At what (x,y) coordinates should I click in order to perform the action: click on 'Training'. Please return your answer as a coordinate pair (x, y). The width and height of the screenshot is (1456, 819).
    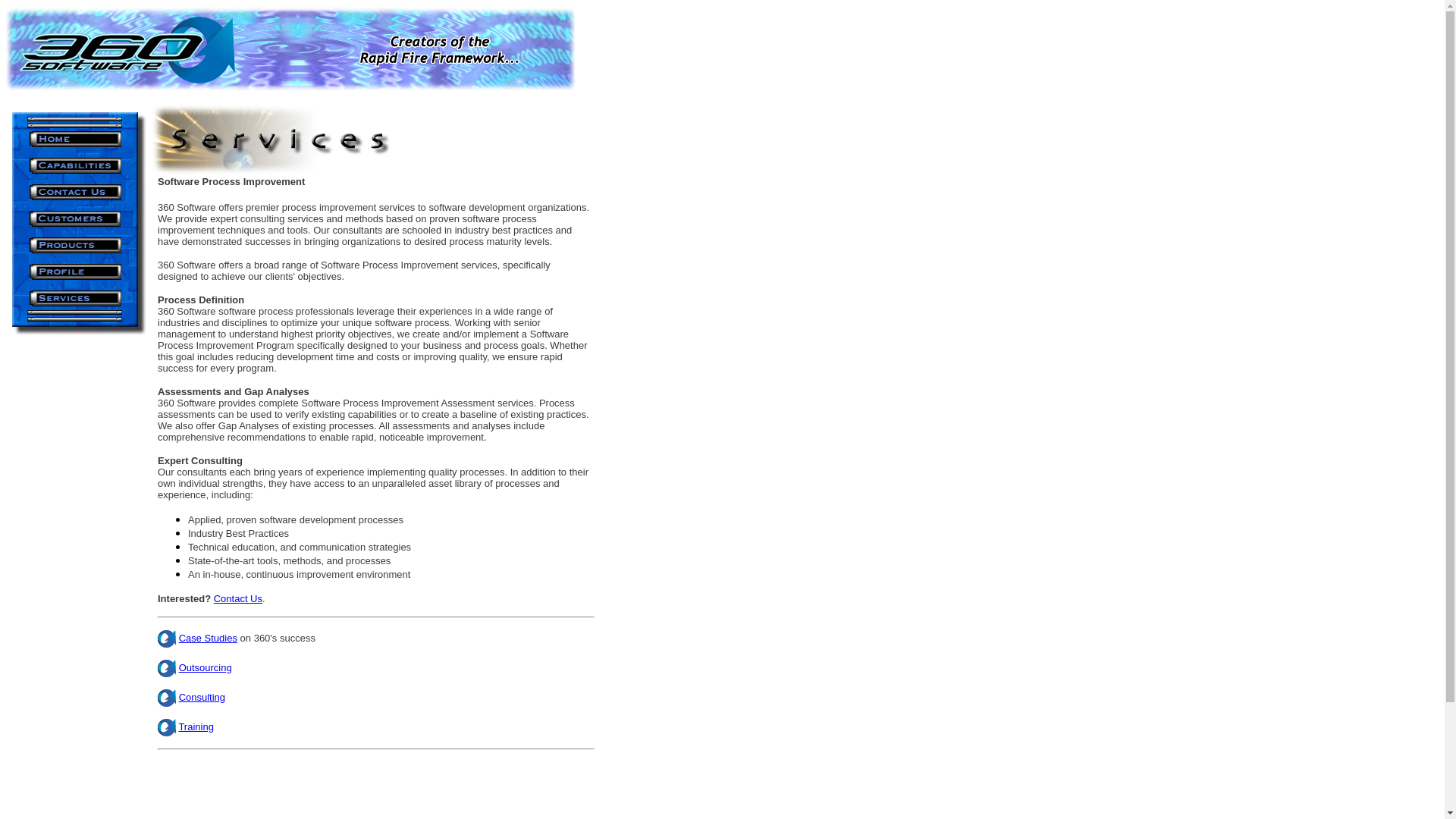
    Looking at the image, I should click on (178, 726).